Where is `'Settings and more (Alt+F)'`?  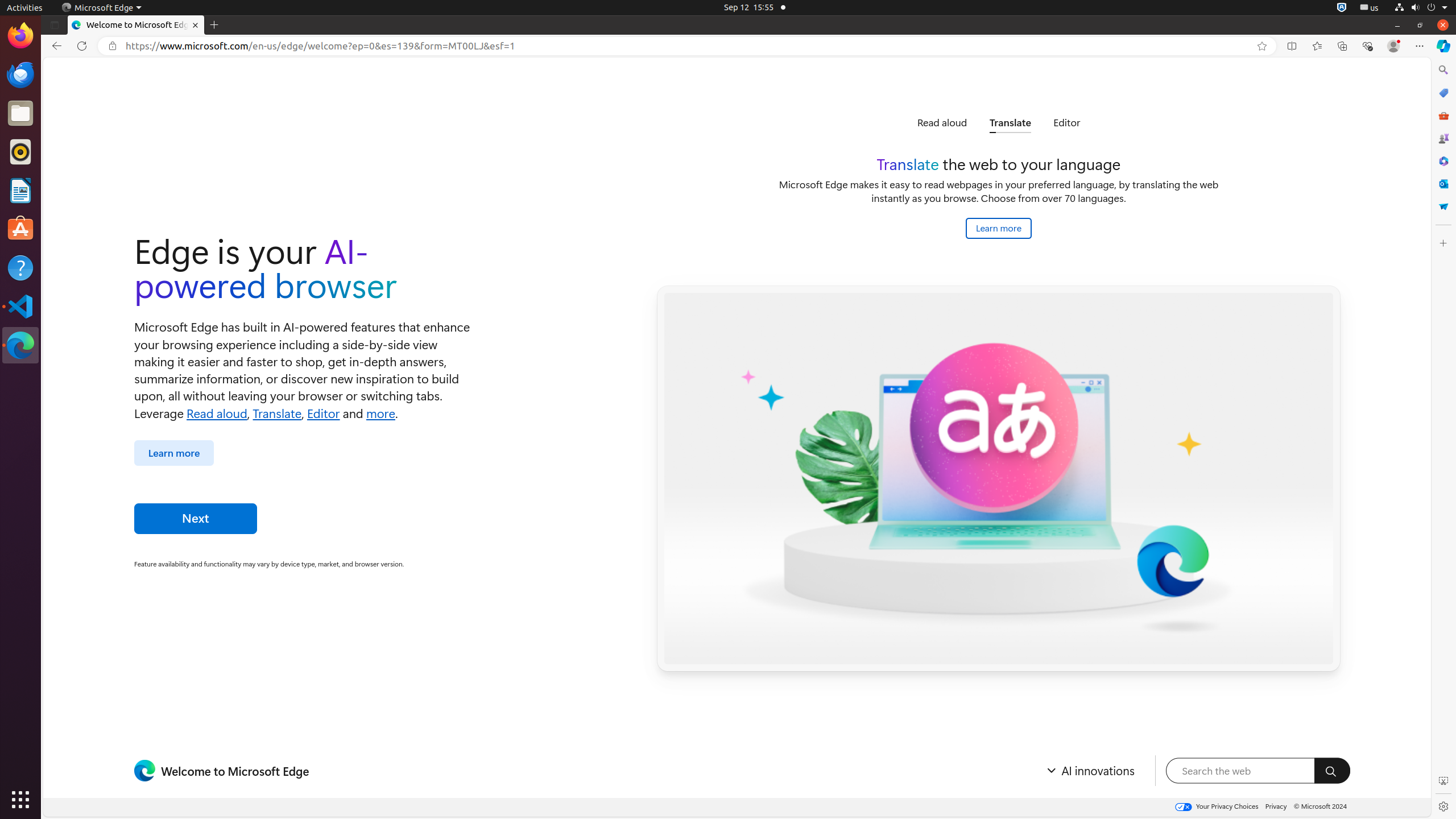 'Settings and more (Alt+F)' is located at coordinates (1419, 45).